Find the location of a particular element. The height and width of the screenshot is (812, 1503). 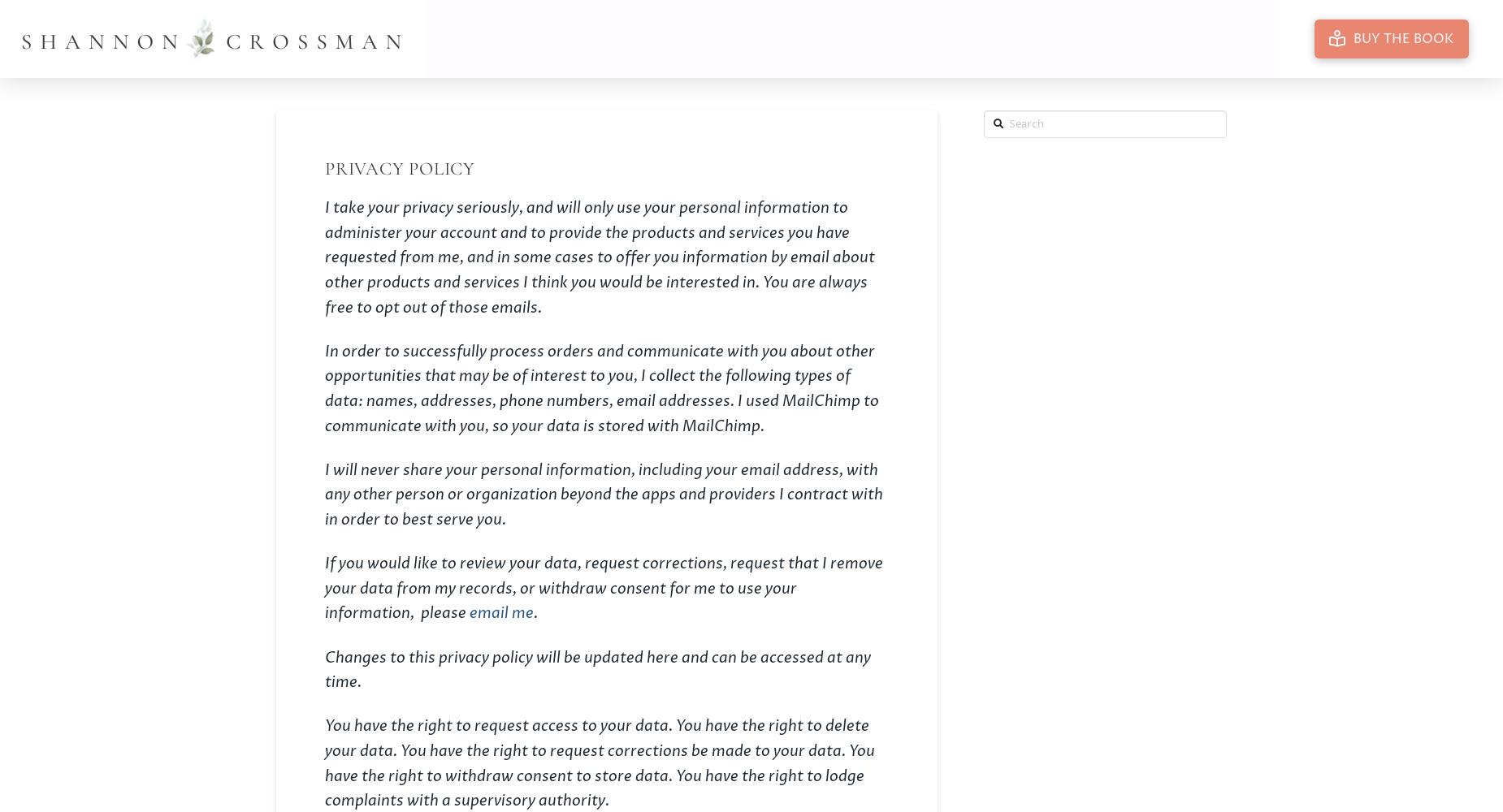

'I will never share your personal information, including your email address, with any other person or organization beyond the apps and providers I contract with in order to best serve you.' is located at coordinates (323, 494).